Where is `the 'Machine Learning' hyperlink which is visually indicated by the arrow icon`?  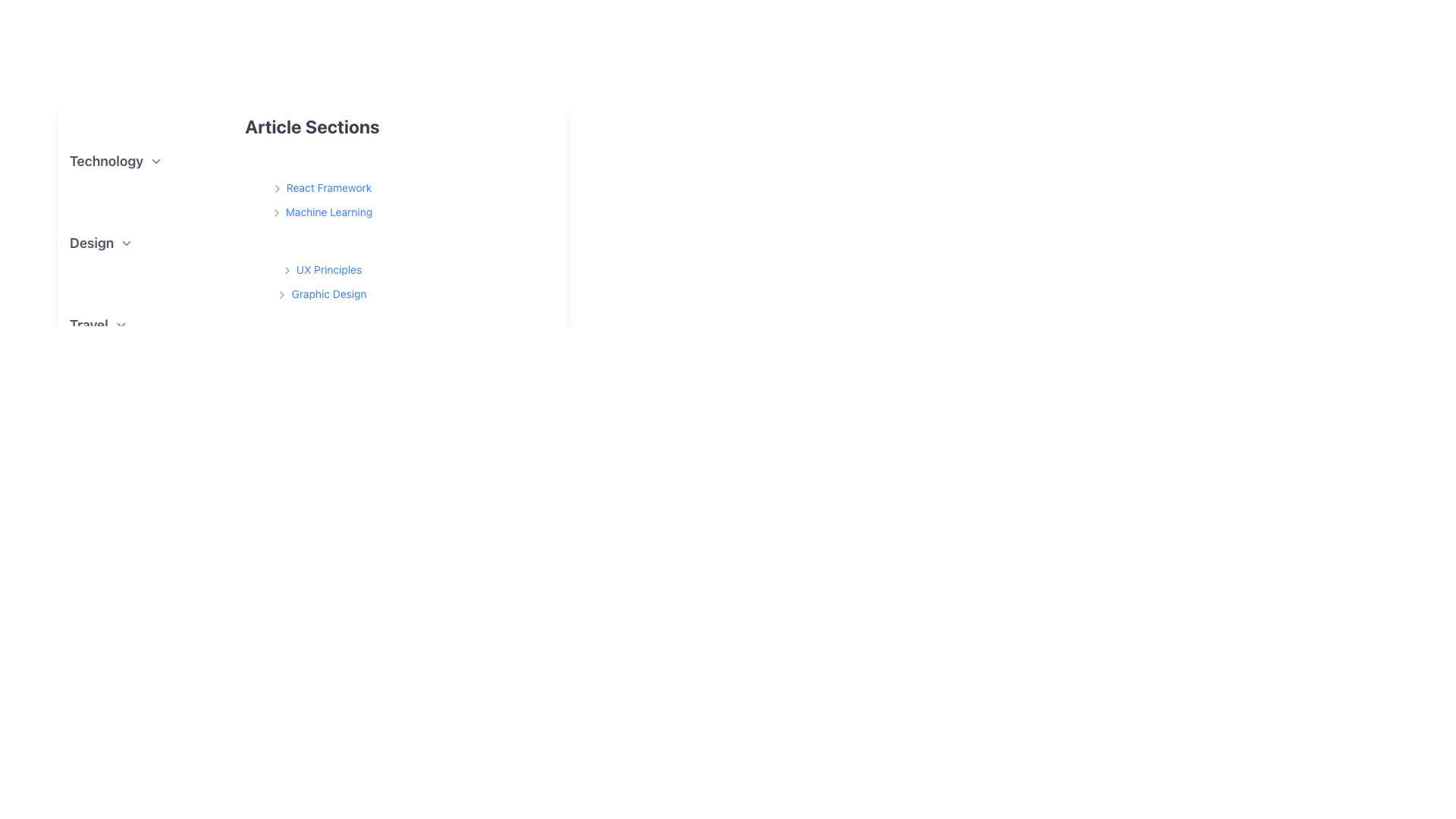
the 'Machine Learning' hyperlink which is visually indicated by the arrow icon is located at coordinates (276, 213).